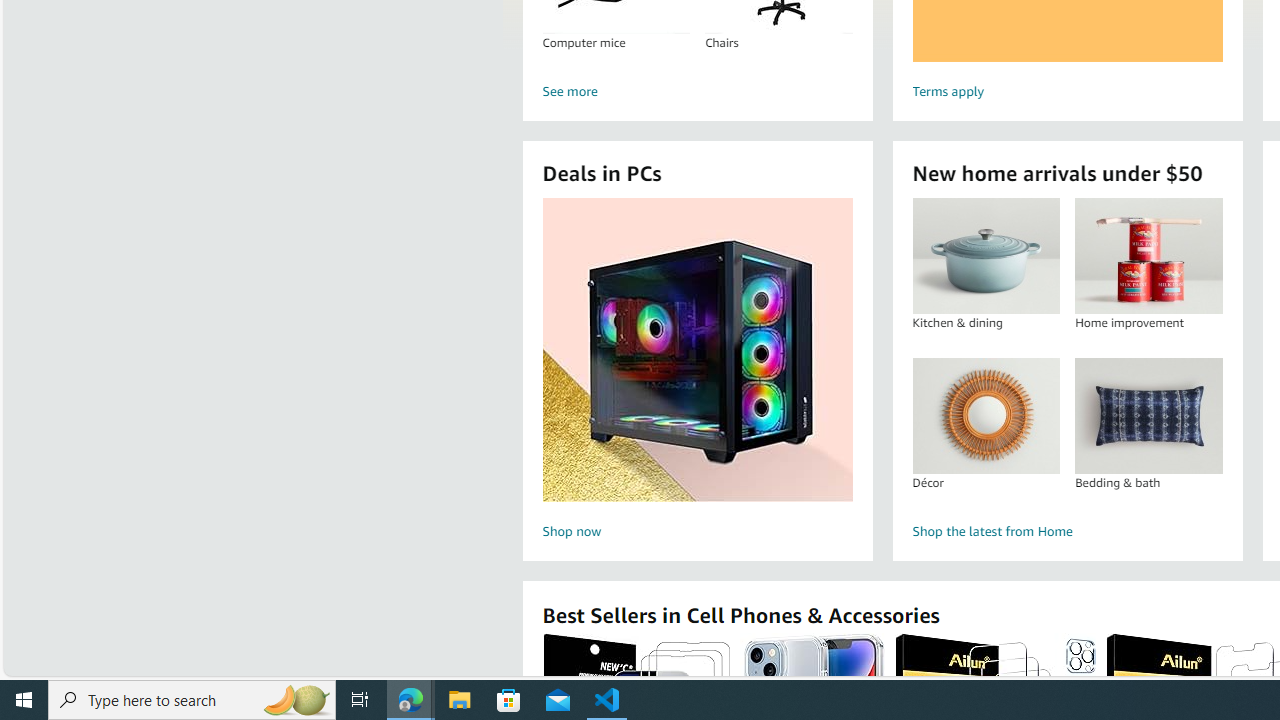 This screenshot has width=1280, height=720. Describe the element at coordinates (697, 371) in the screenshot. I see `'Deals in PCs Shop now'` at that location.